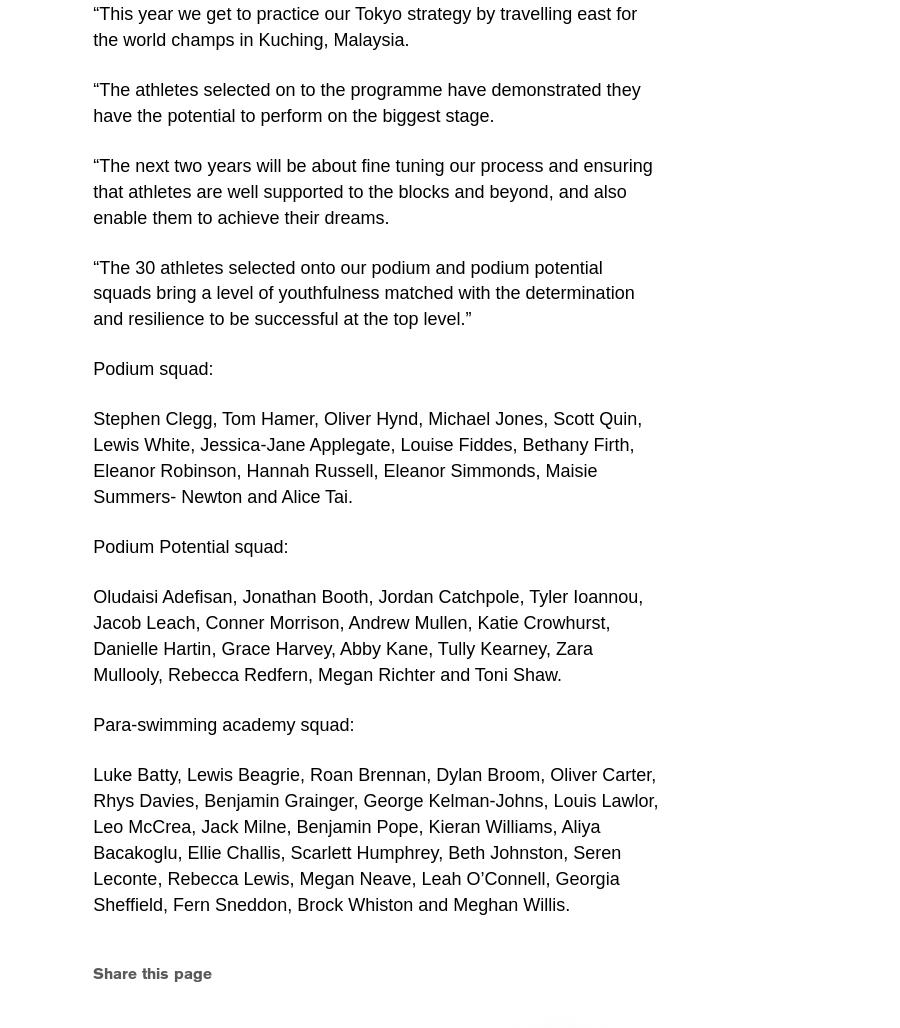 Image resolution: width=900 pixels, height=1028 pixels. Describe the element at coordinates (375, 838) in the screenshot. I see `'Luke Batty, Lewis Beagrie, Roan Brennan, Dylan Broom, Oliver Carter, Rhys Davies, Benjamin Grainger, George Kelman-Johns, Louis Lawlor, Leo McCrea, Jack Milne, Benjamin Pope, Kieran Williams, Aliya Bacakoglu, Ellie Challis, Scarlett Humphrey, Beth Johnston, Seren Leconte, Rebecca Lewis, Megan Neave, Leah O’Connell, Georgia Sheffield, Fern Sneddon, Brock Whiston and Meghan Willis.'` at that location.